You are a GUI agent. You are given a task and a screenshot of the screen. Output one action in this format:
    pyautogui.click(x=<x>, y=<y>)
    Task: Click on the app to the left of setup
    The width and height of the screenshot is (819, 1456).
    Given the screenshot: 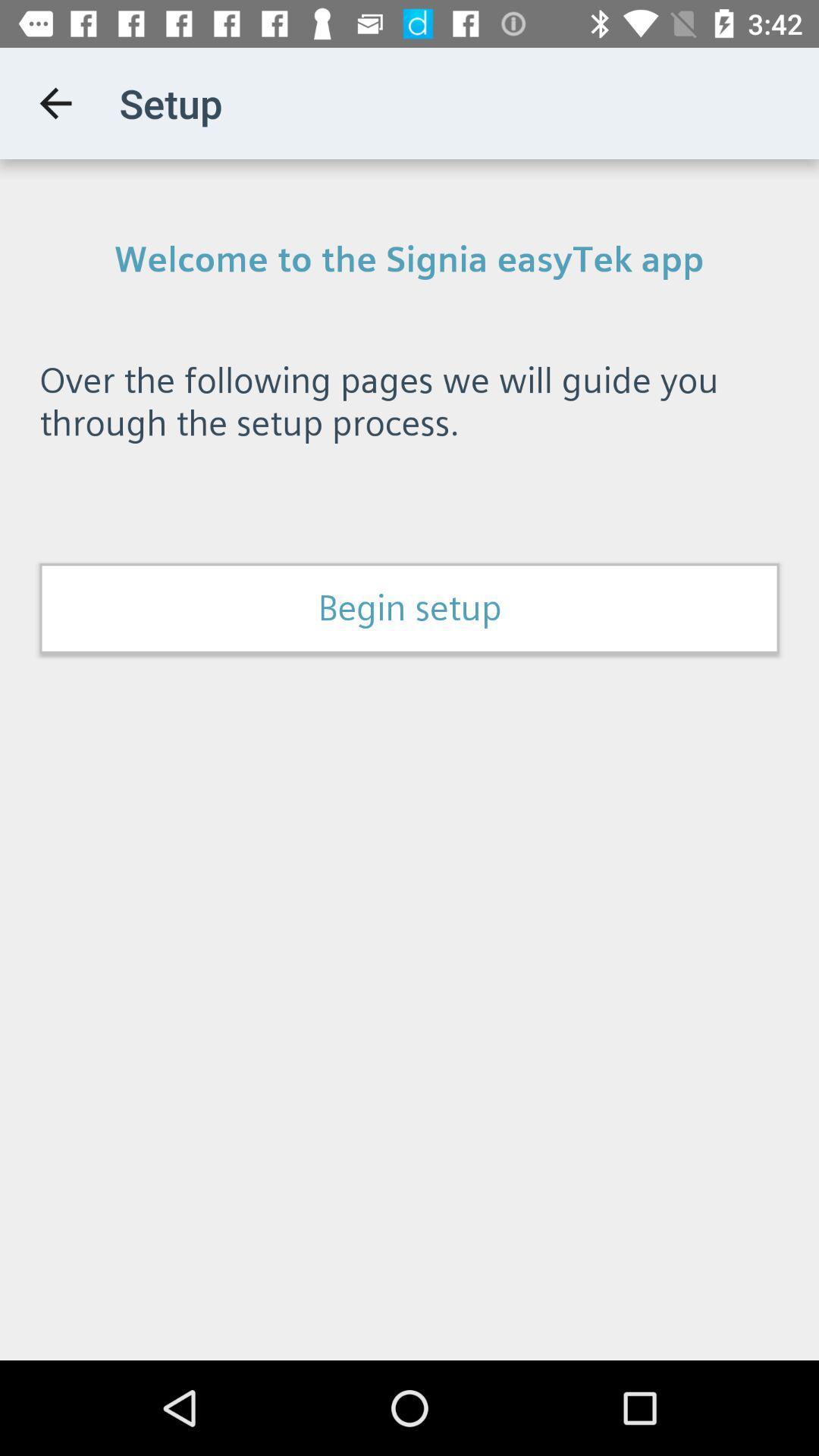 What is the action you would take?
    pyautogui.click(x=55, y=102)
    